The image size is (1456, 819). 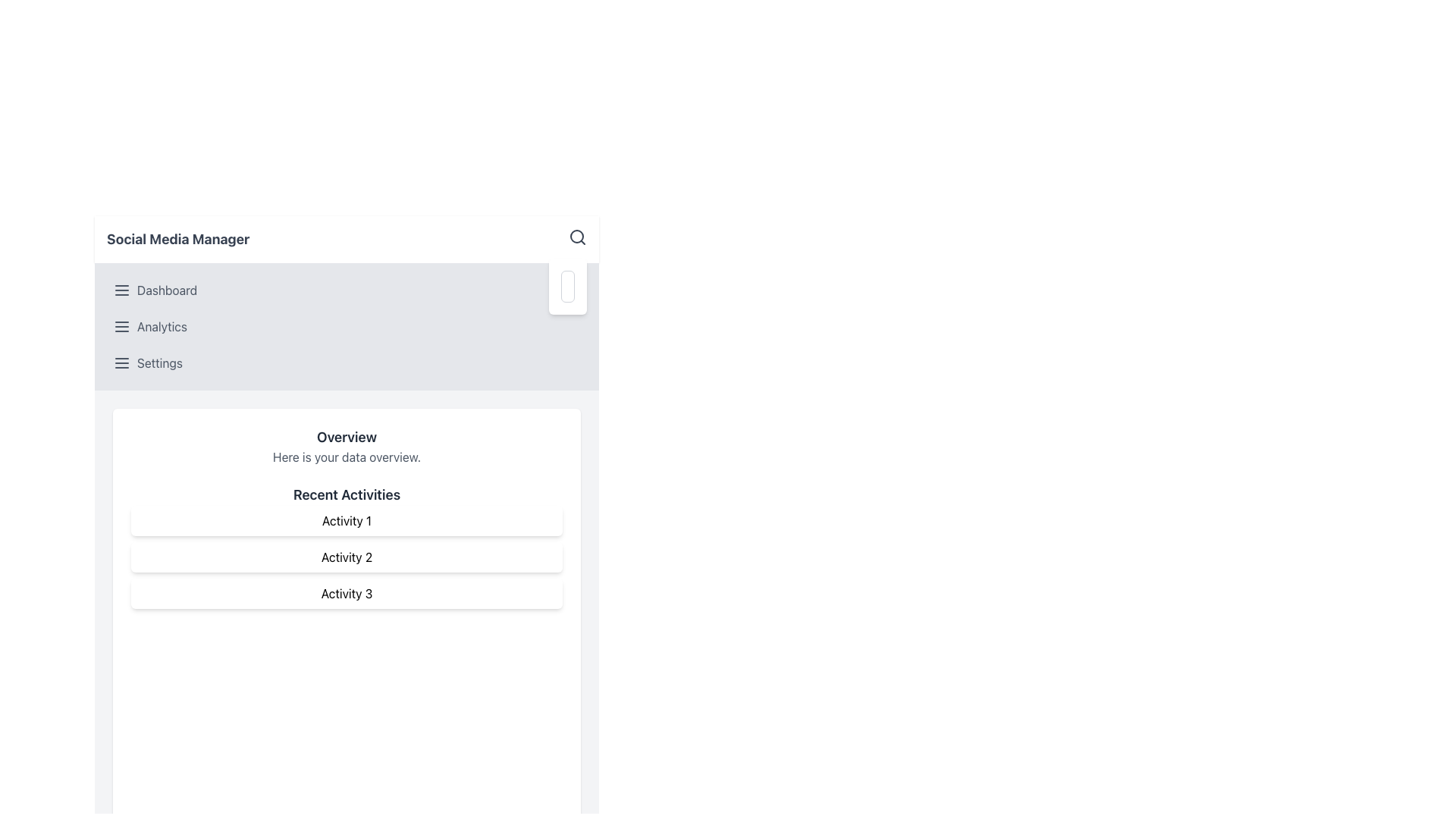 What do you see at coordinates (346, 326) in the screenshot?
I see `the 'Analytics' navigation menu item located in the sidebar` at bounding box center [346, 326].